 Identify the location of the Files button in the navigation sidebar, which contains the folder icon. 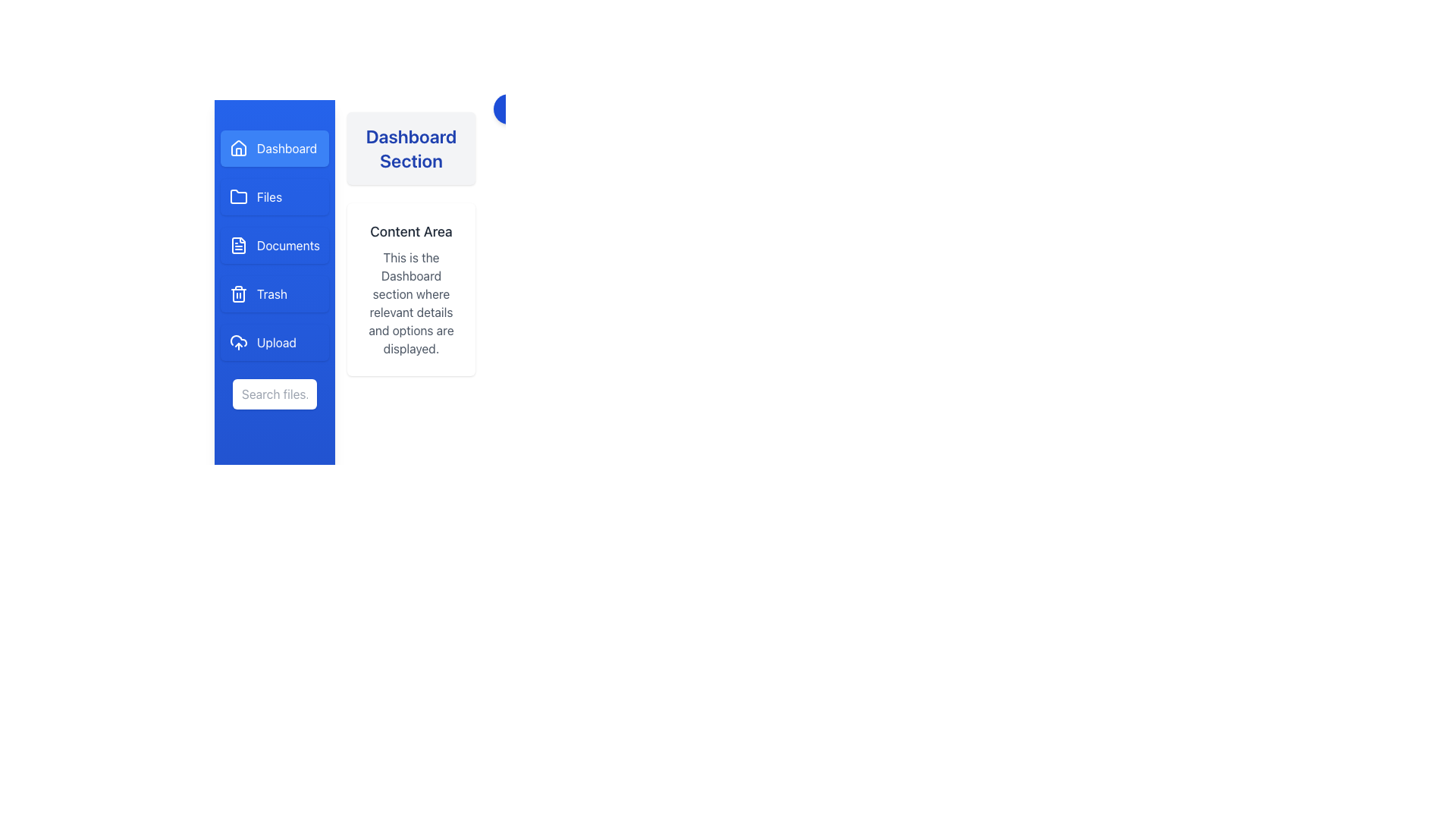
(238, 196).